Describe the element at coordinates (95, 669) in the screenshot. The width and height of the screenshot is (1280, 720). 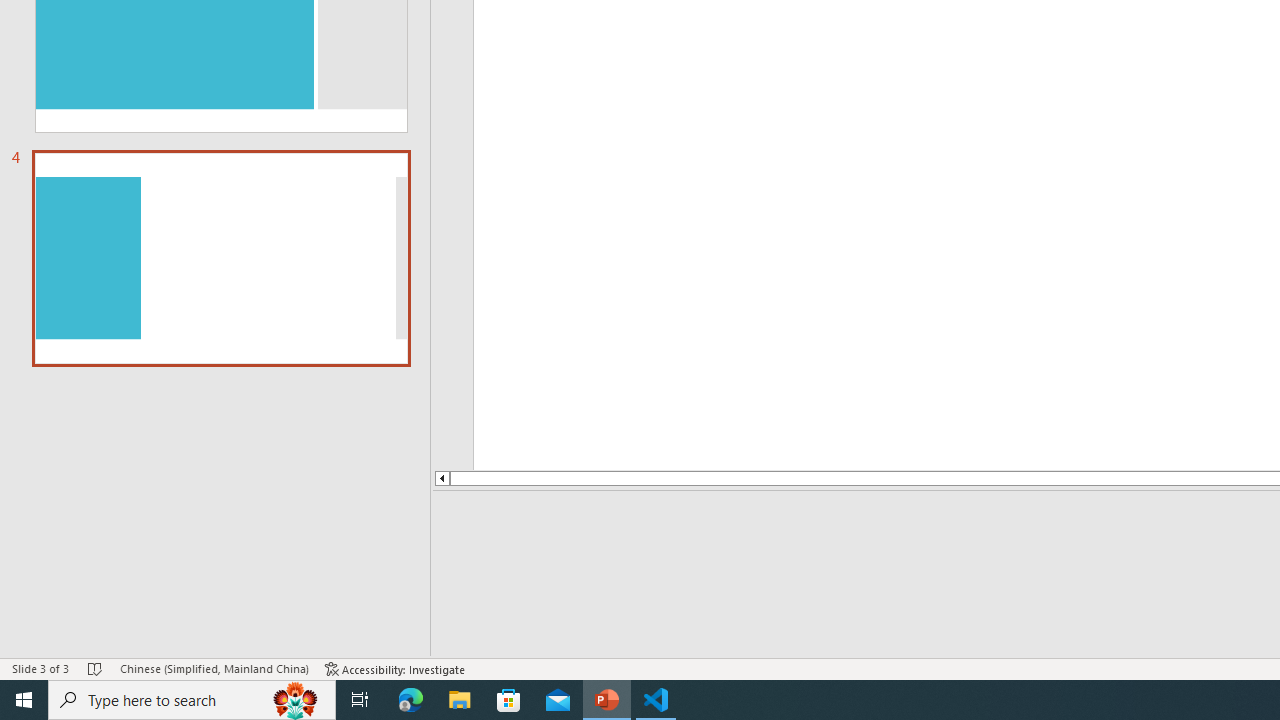
I see `'Spell Check No Errors'` at that location.